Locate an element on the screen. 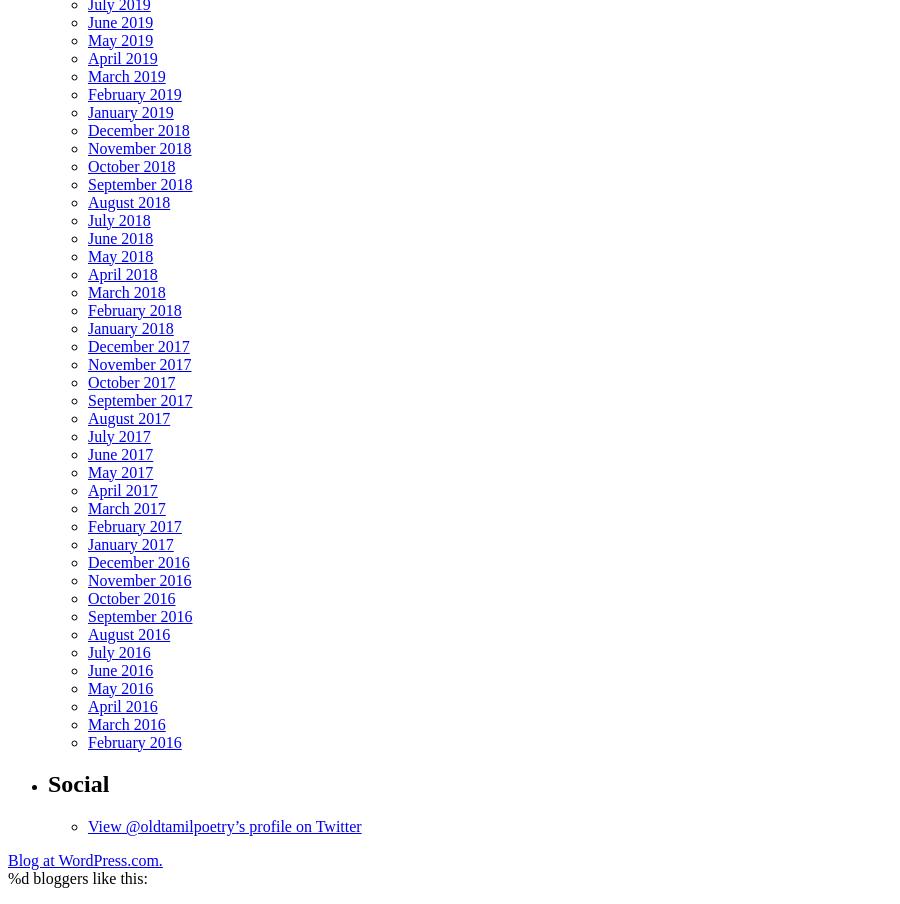 The width and height of the screenshot is (900, 904). 'October 2017' is located at coordinates (131, 380).